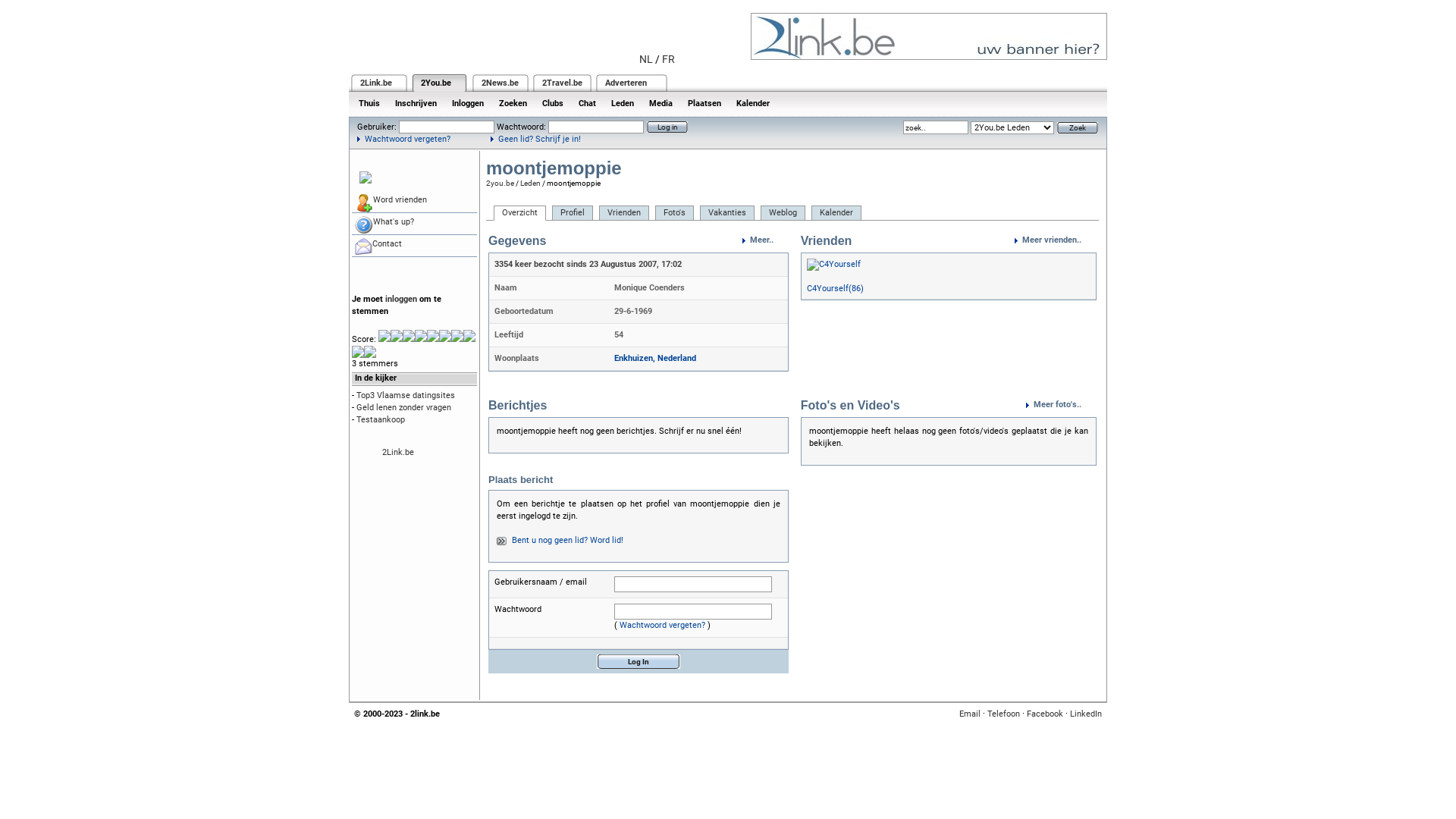 This screenshot has height=819, width=1456. Describe the element at coordinates (645, 58) in the screenshot. I see `'NL'` at that location.